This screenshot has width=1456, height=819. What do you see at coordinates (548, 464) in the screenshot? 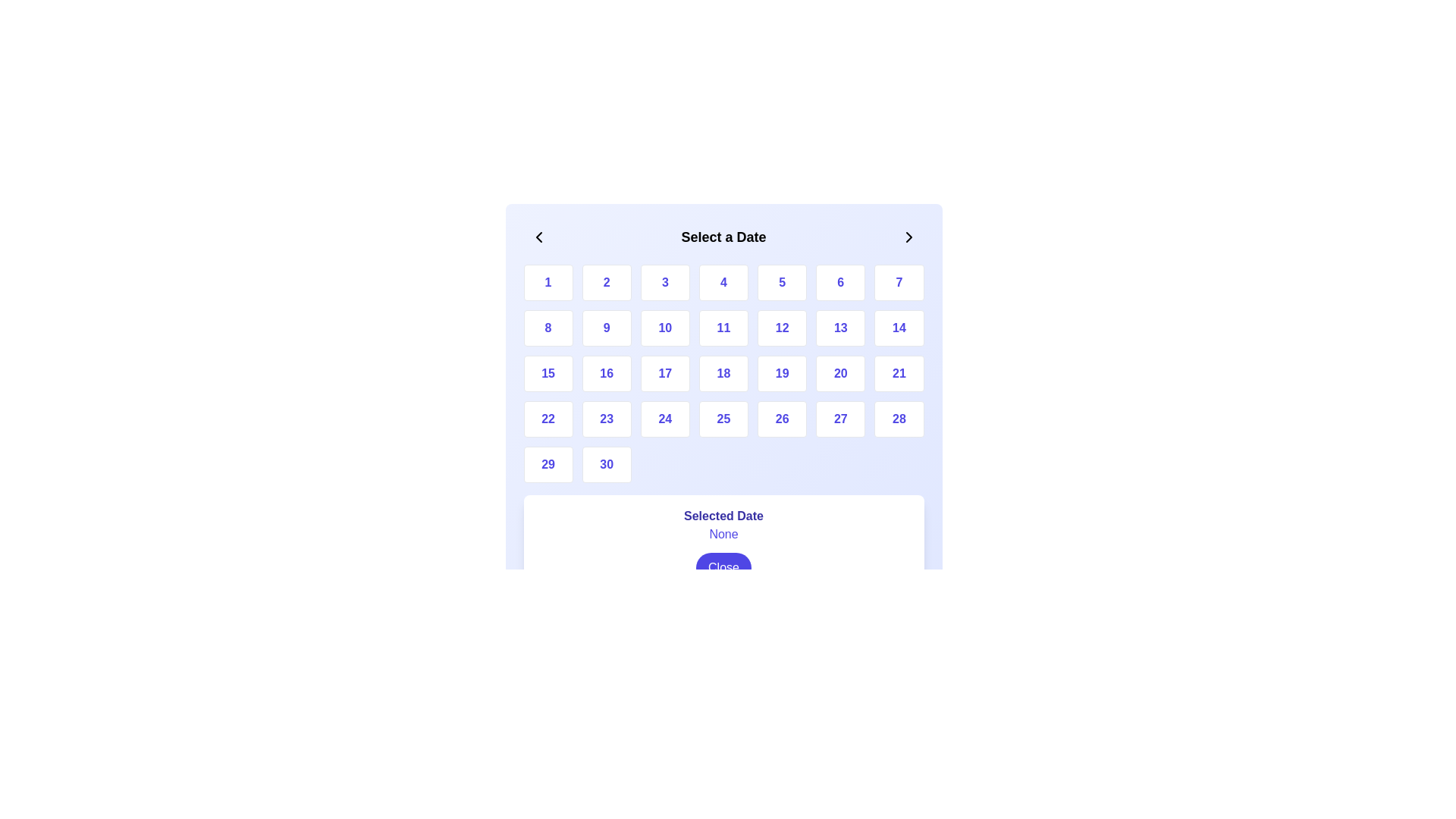
I see `the selectable date button for the 29th of the month` at bounding box center [548, 464].